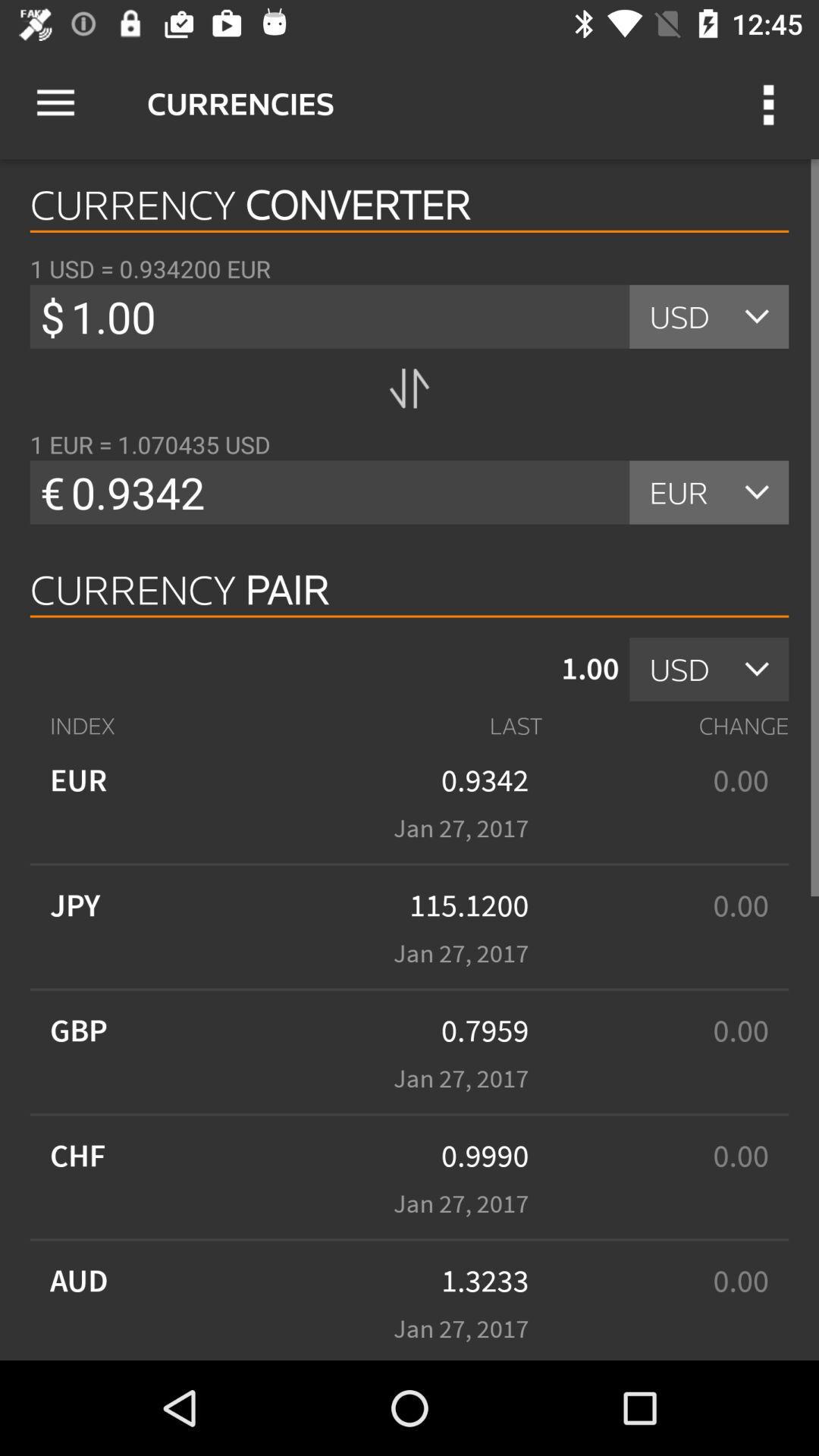  Describe the element at coordinates (771, 102) in the screenshot. I see `the item to the right of the currencies icon` at that location.